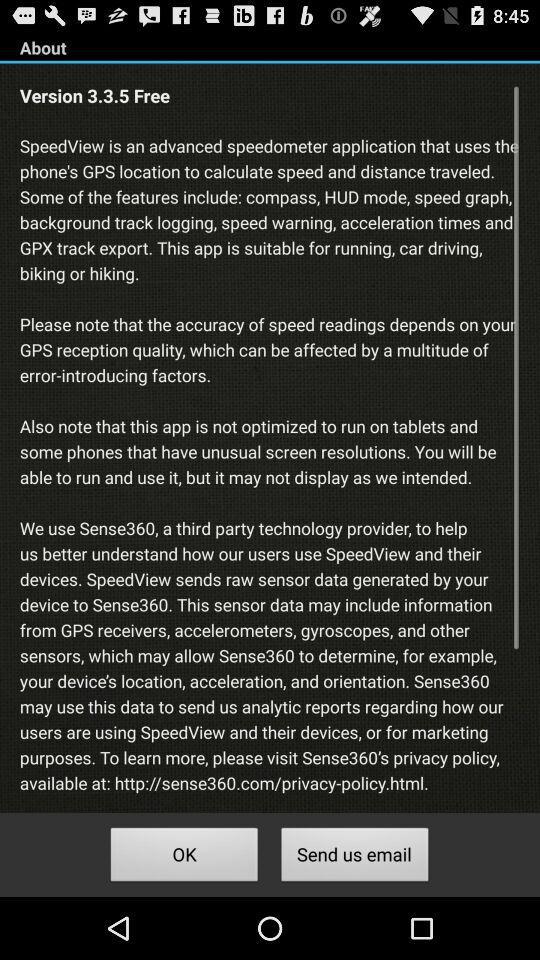 This screenshot has height=960, width=540. I want to click on button next to the send us email button, so click(184, 856).